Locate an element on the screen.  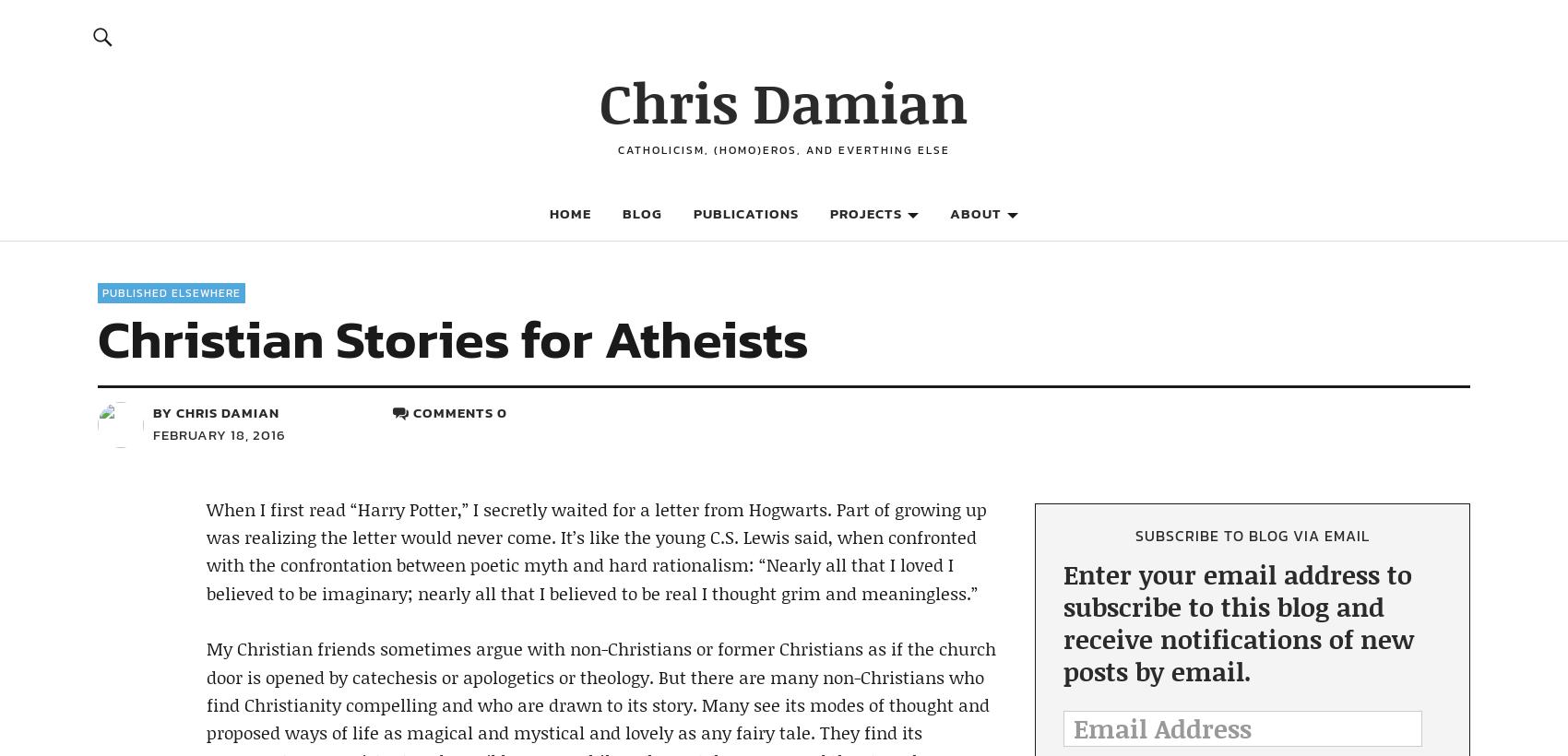
'I’m a writer, speaker, and attorney living in the great state of Minnesota. For work, I negotiate Fortune 50 commercial contracts and write corporate policy. But mostly, I’m a compulsive writer. I write pretty much everything: fiction, poetry, essays, academic works, and music. Otherwise, you can find me hosting dinner parties, book clubs, and creative writing workshops out of my home.' is located at coordinates (1243, 204).